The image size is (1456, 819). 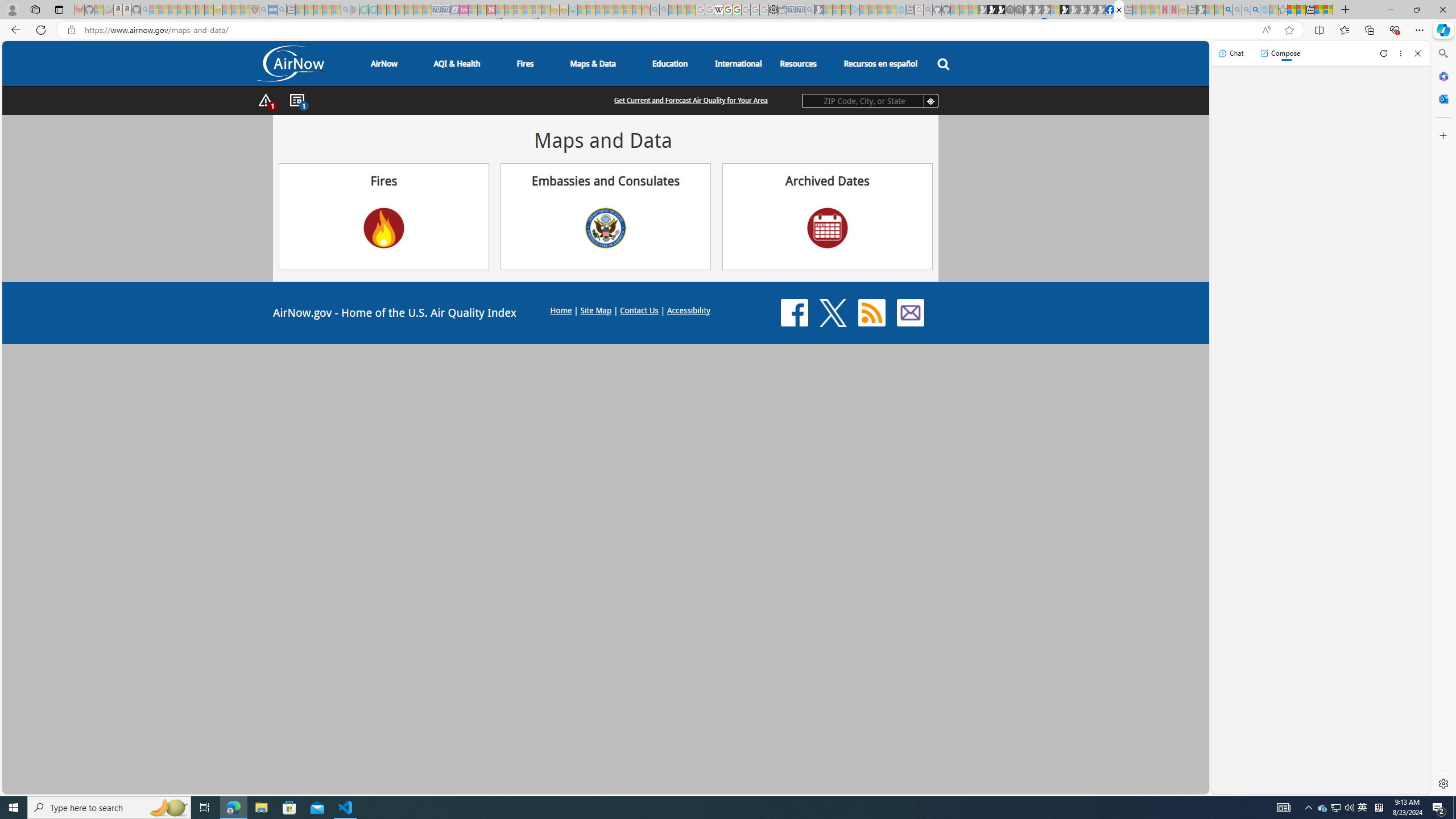 I want to click on 'Air Now Logo', so click(x=292, y=63).